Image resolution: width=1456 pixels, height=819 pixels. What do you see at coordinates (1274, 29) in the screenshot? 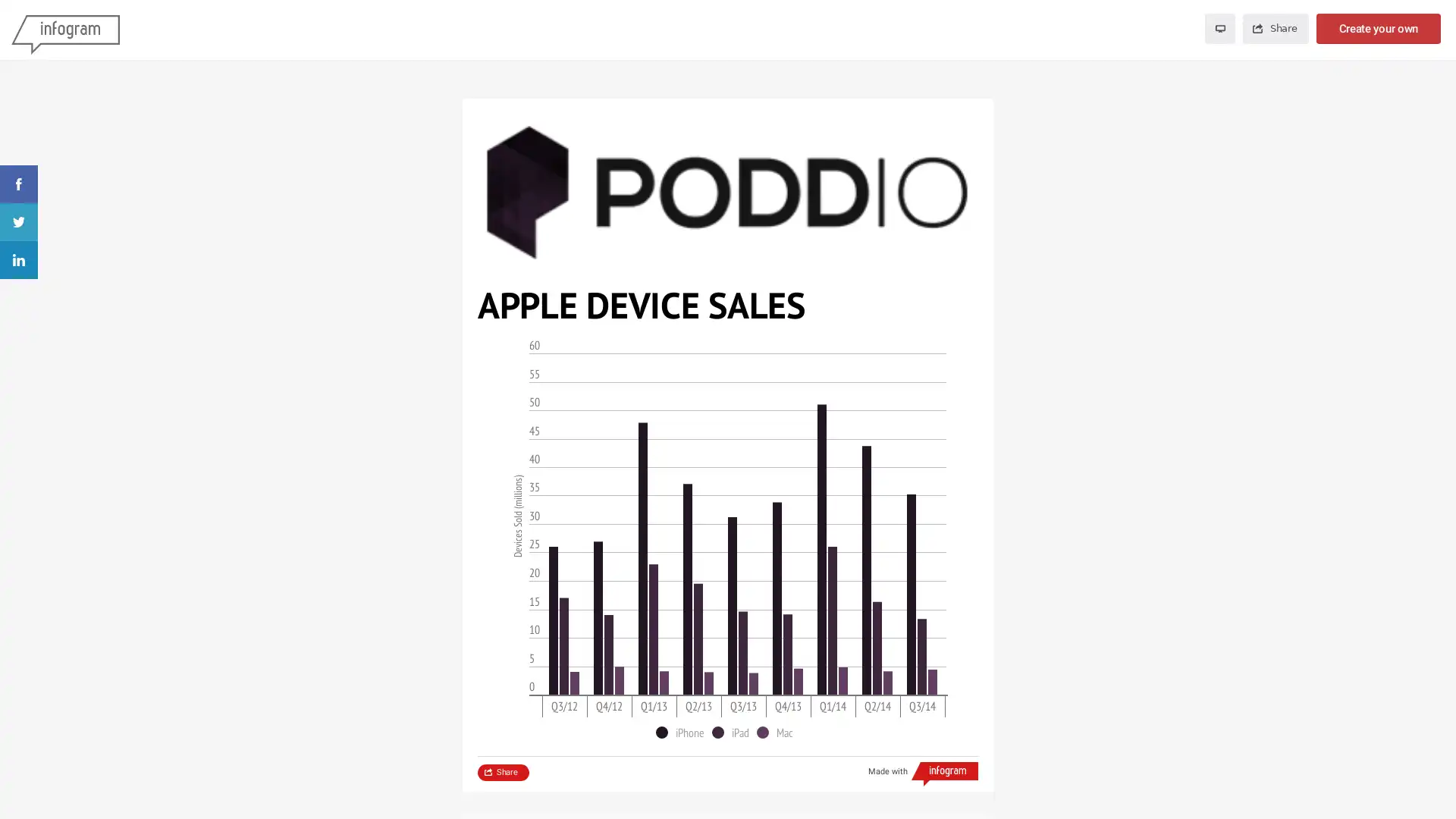
I see `Share` at bounding box center [1274, 29].